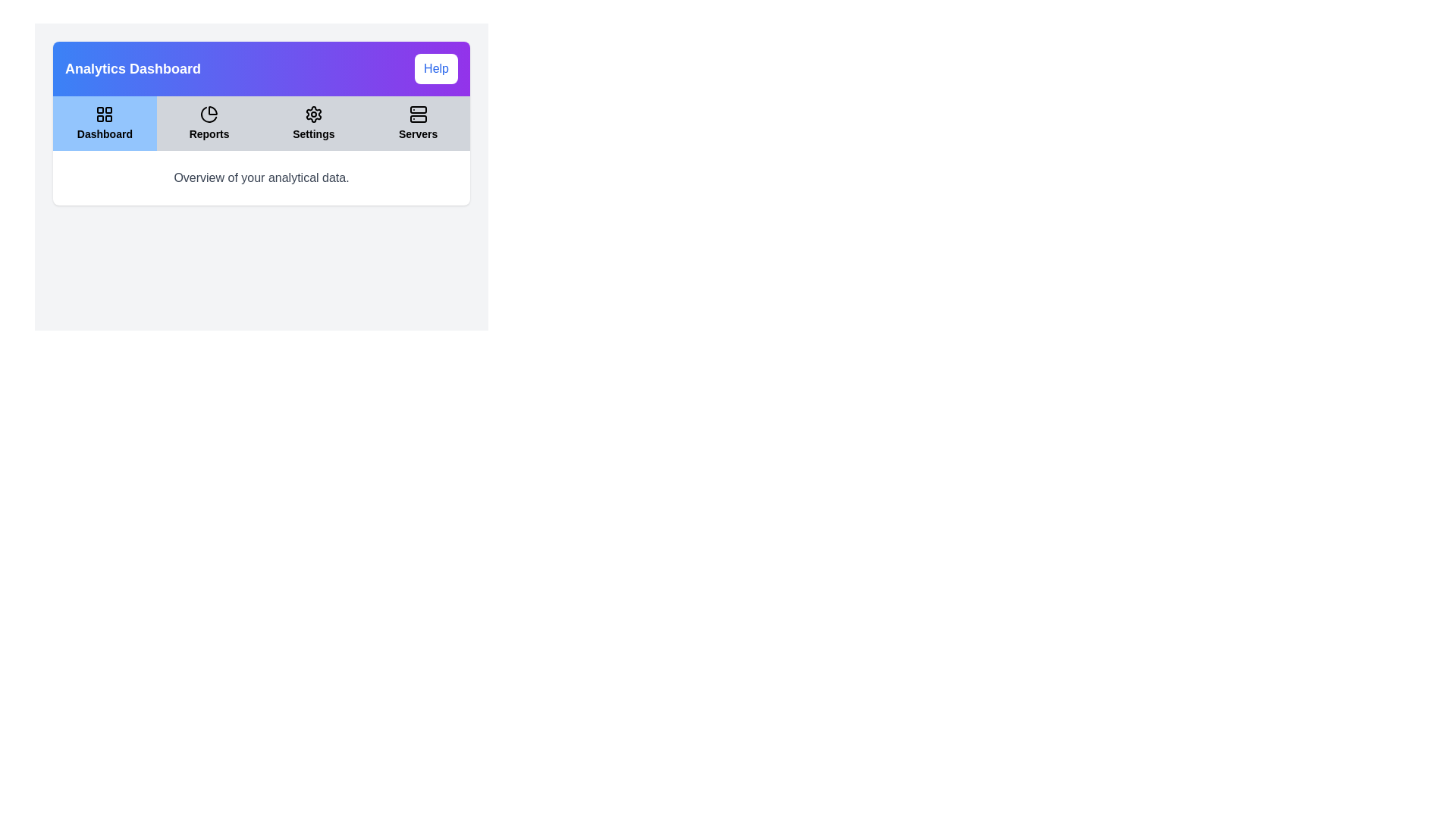 Image resolution: width=1456 pixels, height=819 pixels. Describe the element at coordinates (104, 113) in the screenshot. I see `the grid icon consisting of four equally sized square blocks with rounded corners, located in the 'Dashboard' tab of the navigation section` at that location.